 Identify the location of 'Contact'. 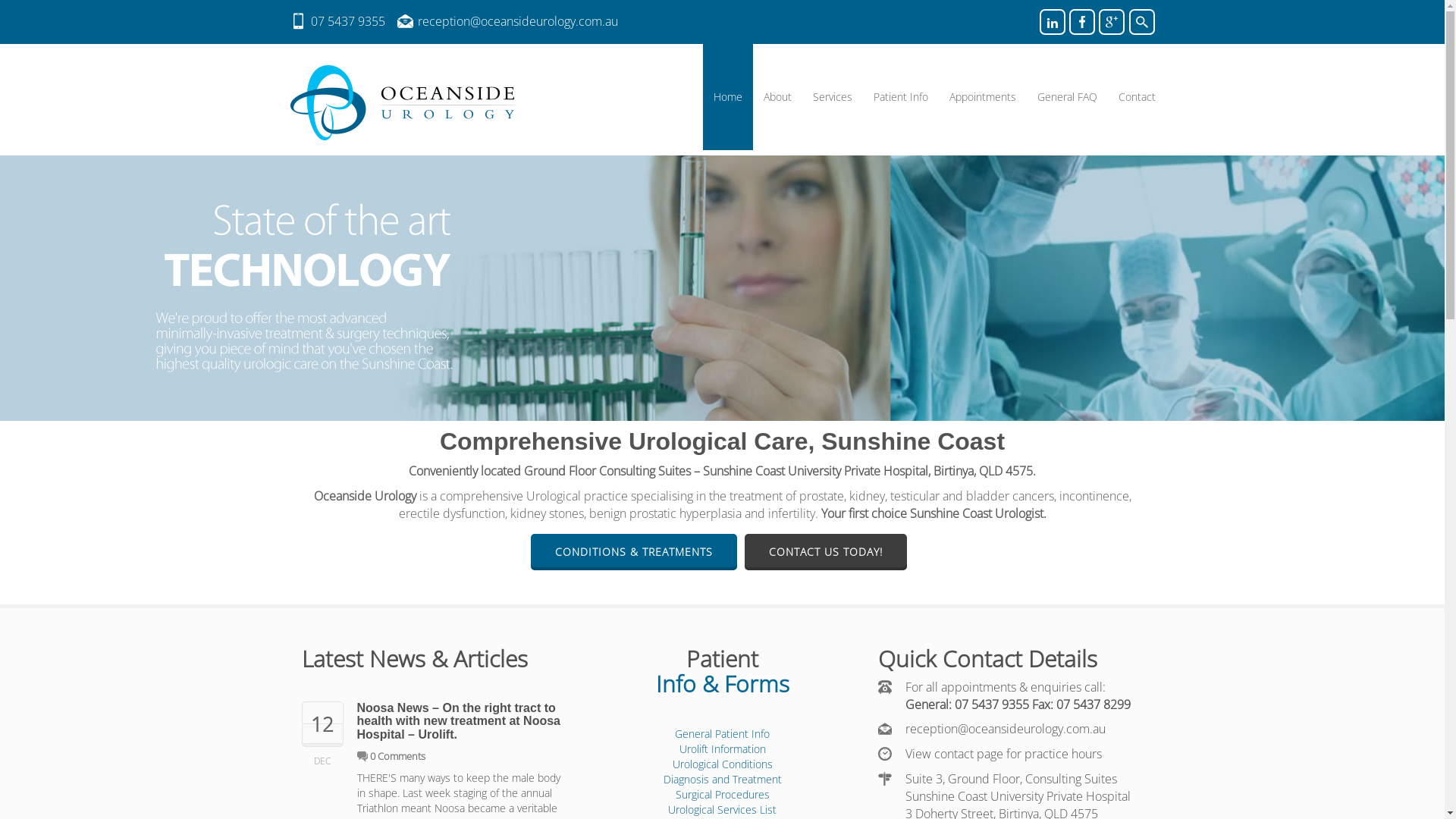
(1136, 96).